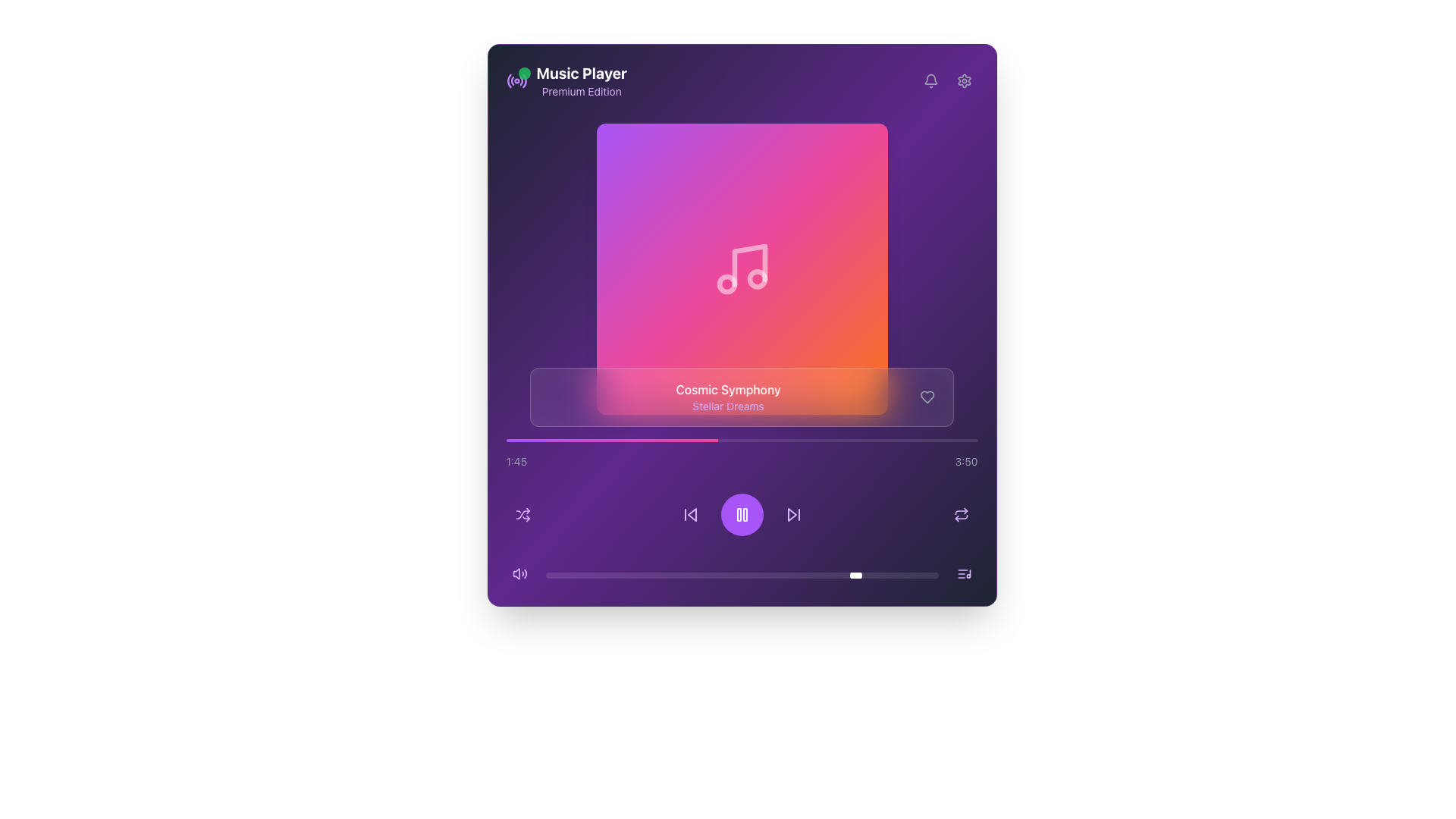 Image resolution: width=1456 pixels, height=819 pixels. I want to click on the music management button located at the lower-right corner of the interface, so click(963, 573).